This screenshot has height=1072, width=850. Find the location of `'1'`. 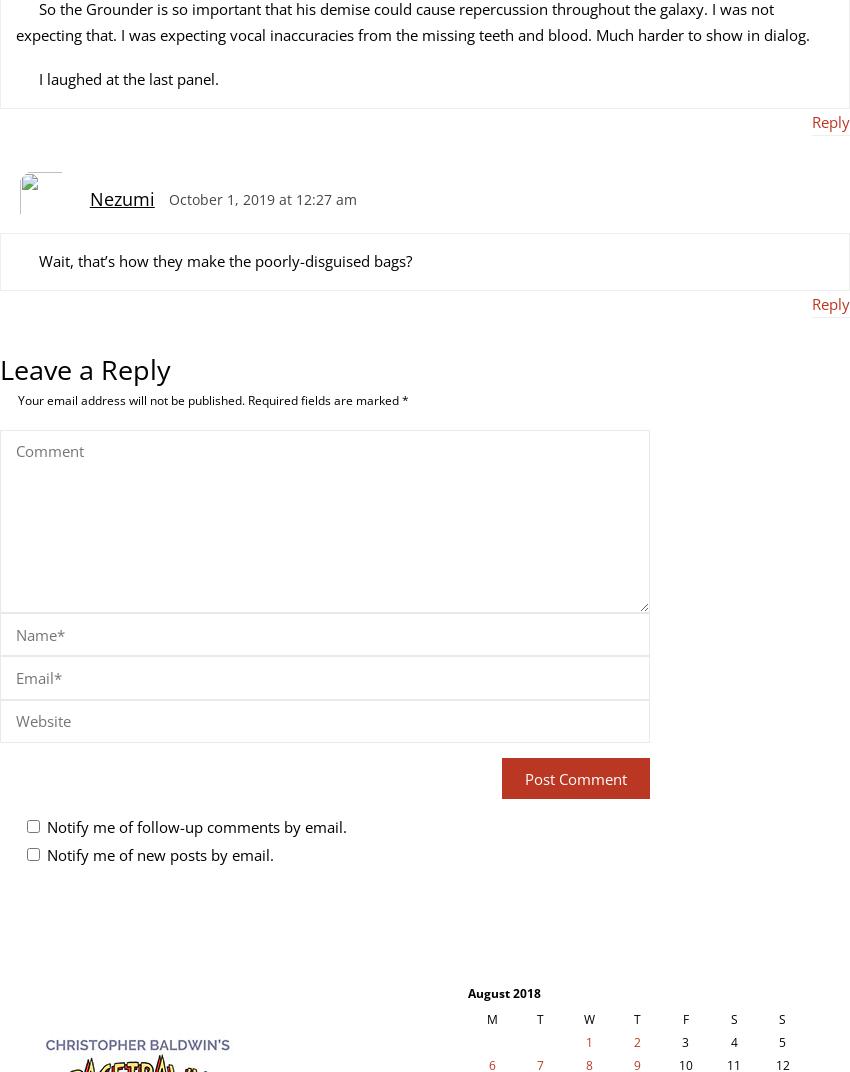

'1' is located at coordinates (584, 1042).